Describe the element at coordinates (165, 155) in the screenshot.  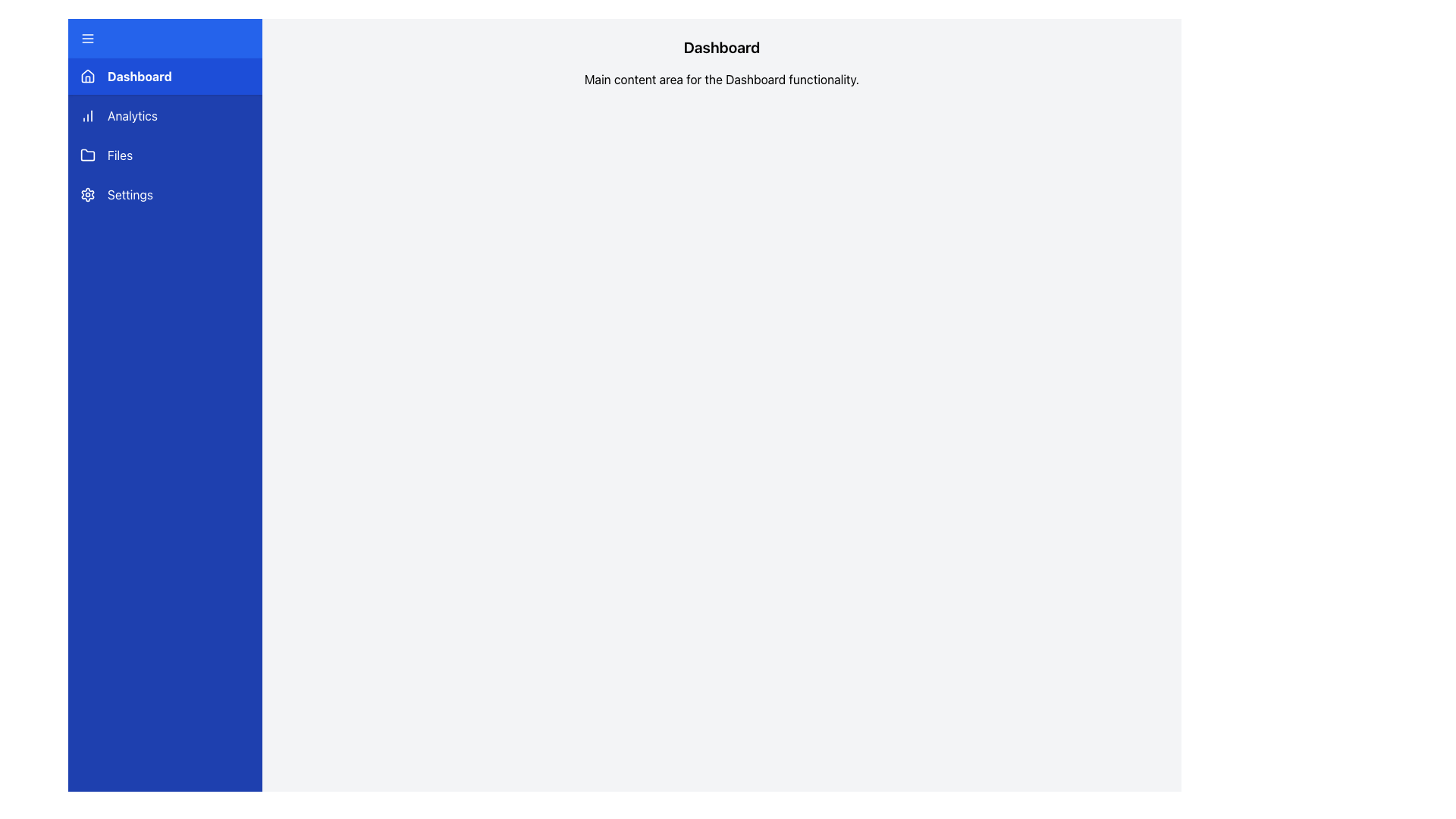
I see `the third menu item in the left sidebar, which serves as a navigational link to the 'Files' section of the application` at that location.